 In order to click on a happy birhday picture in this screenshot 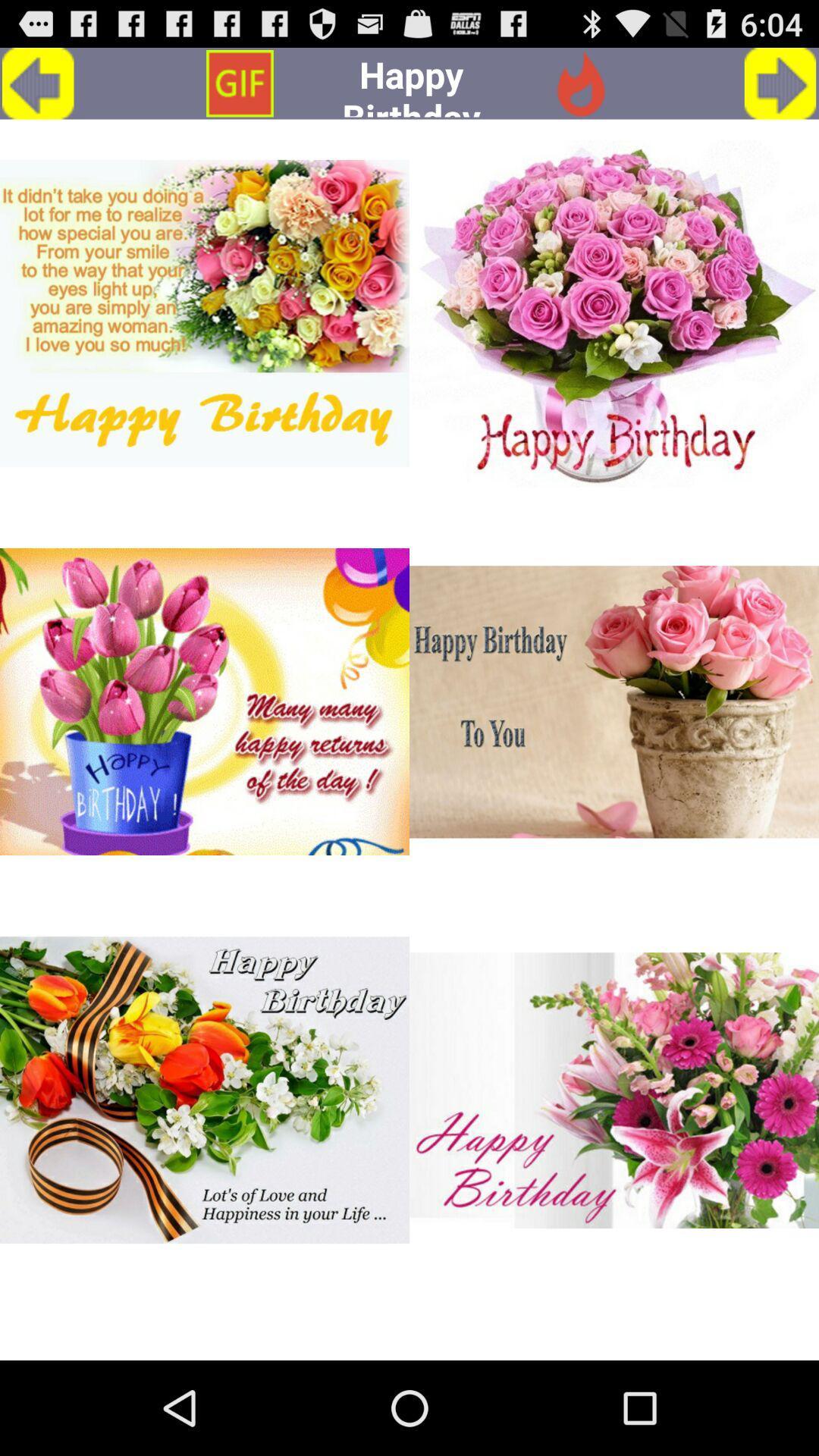, I will do `click(205, 1090)`.